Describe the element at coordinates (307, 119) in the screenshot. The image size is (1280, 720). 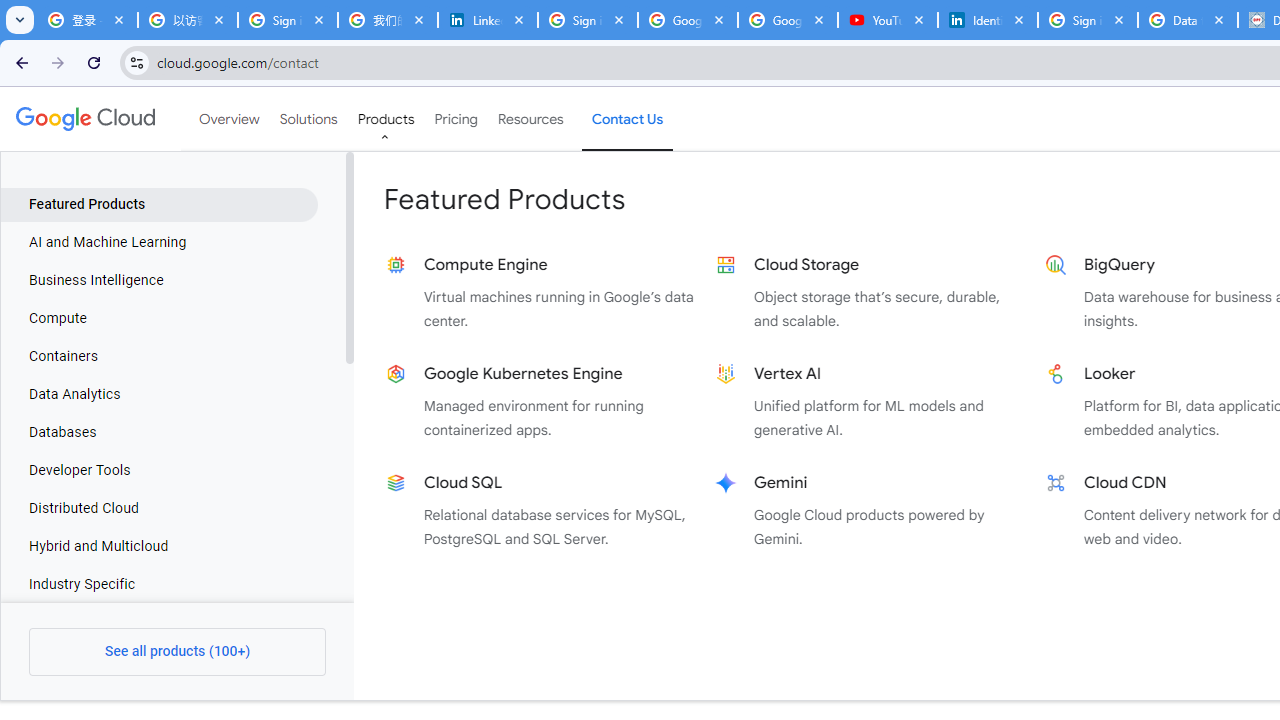
I see `'Solutions'` at that location.